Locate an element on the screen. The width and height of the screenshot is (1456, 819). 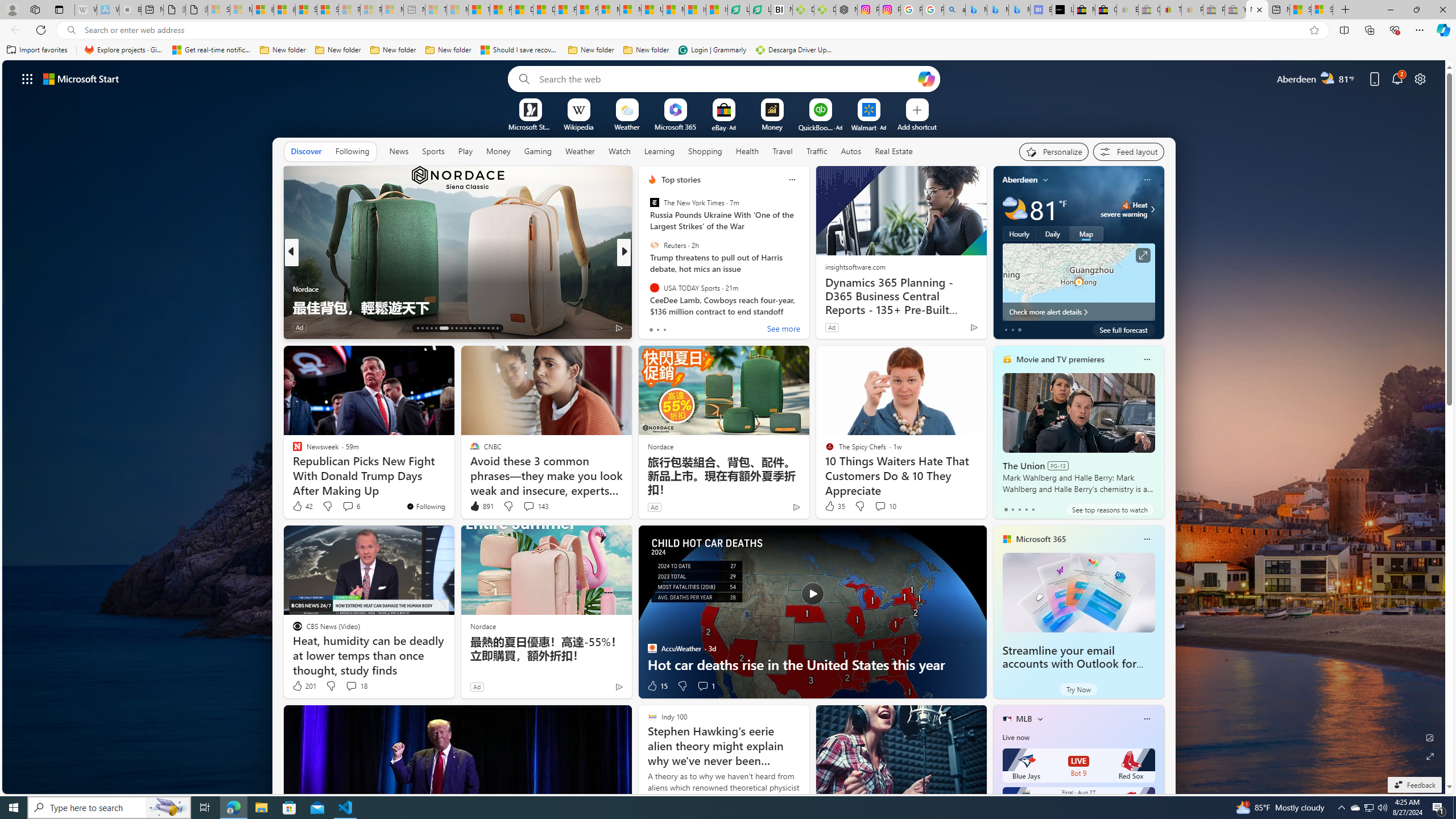
'AutomationID: tab-23' is located at coordinates (470, 328).